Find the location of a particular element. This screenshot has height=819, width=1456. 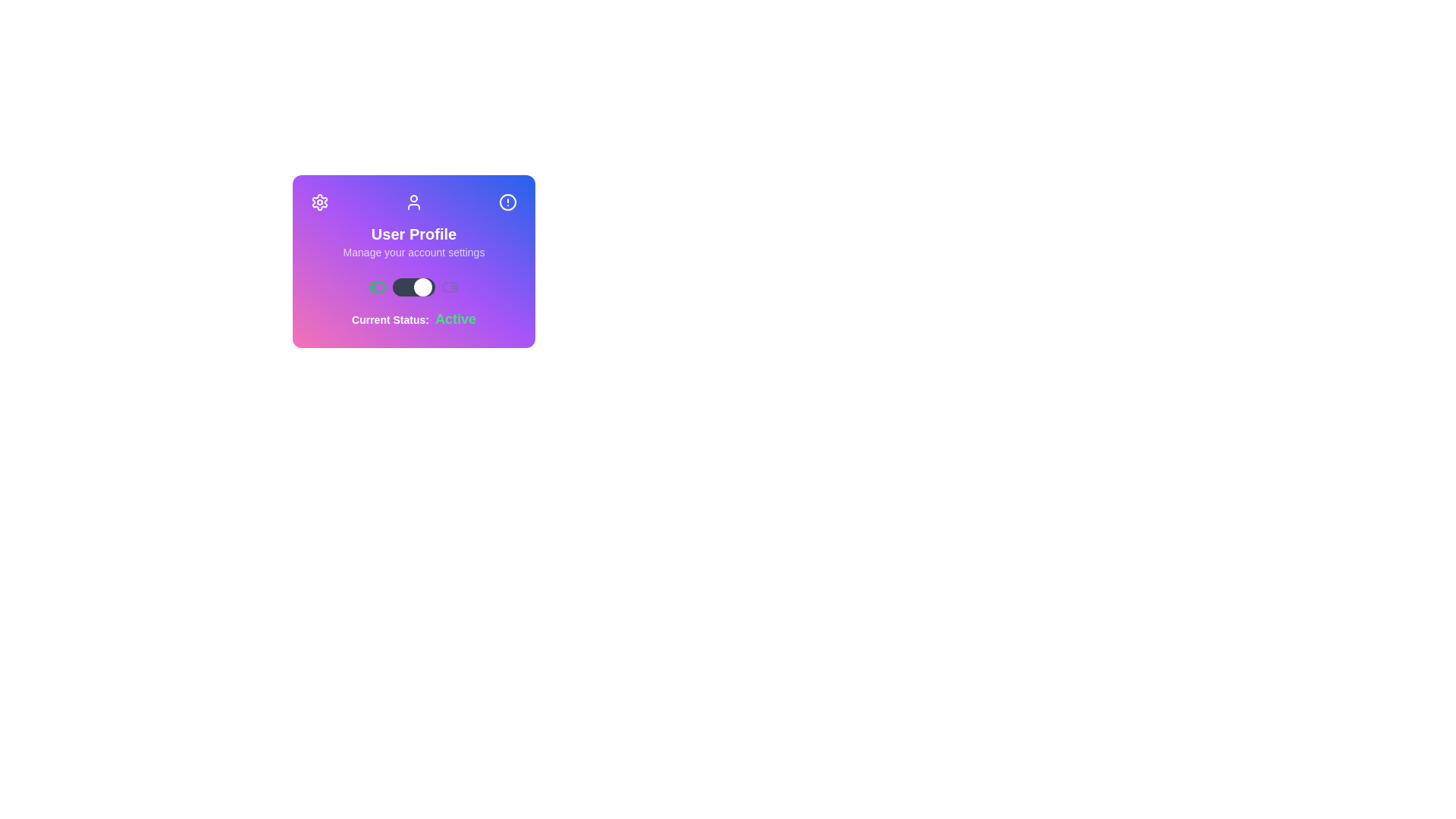

the bold text label 'User Profile' which is prominently displayed at the top of the text-centered block is located at coordinates (414, 234).